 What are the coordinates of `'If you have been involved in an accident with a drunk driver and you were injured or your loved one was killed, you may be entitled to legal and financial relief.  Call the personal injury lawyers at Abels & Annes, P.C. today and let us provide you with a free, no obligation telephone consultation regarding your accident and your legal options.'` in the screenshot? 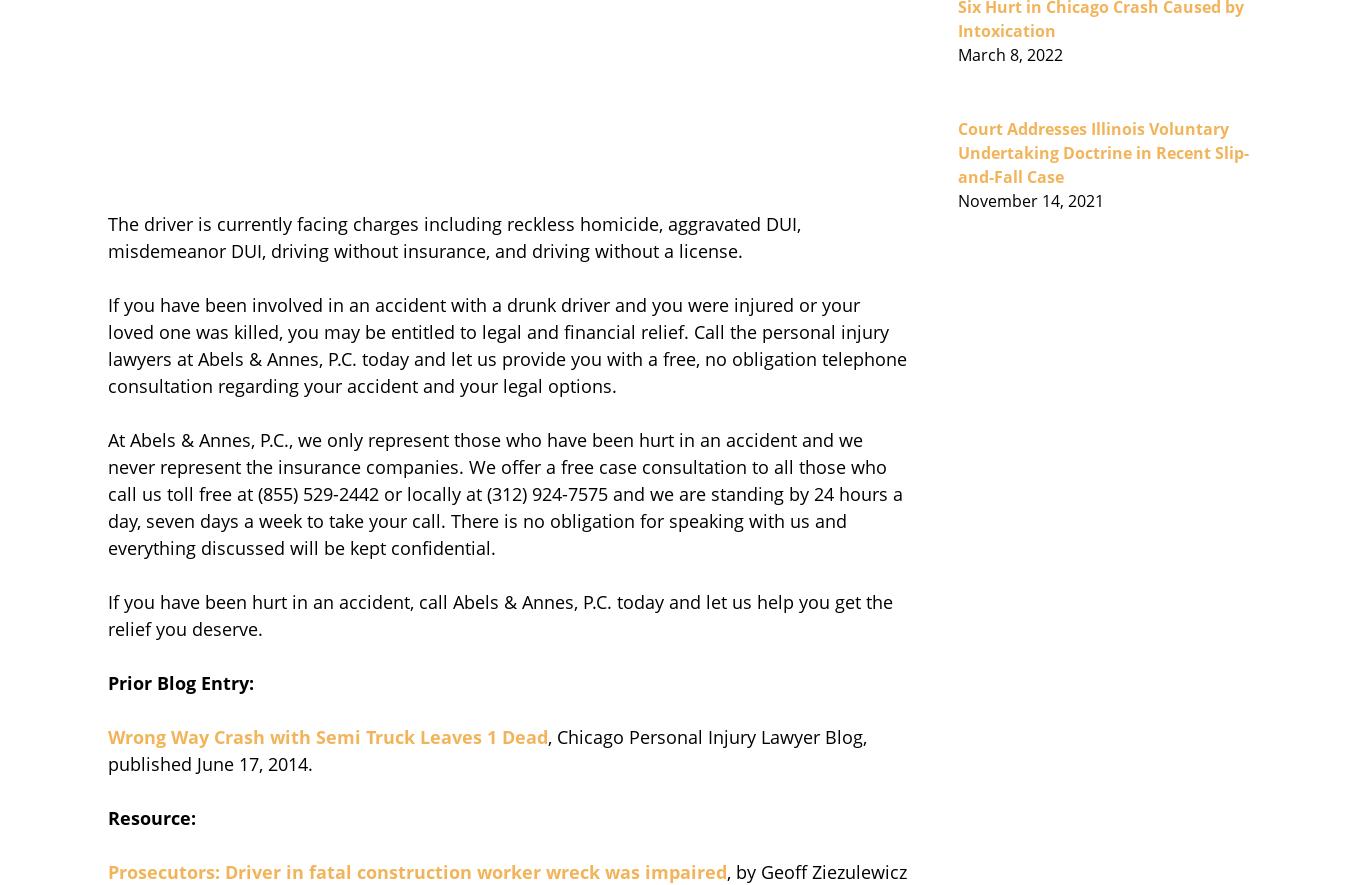 It's located at (507, 345).